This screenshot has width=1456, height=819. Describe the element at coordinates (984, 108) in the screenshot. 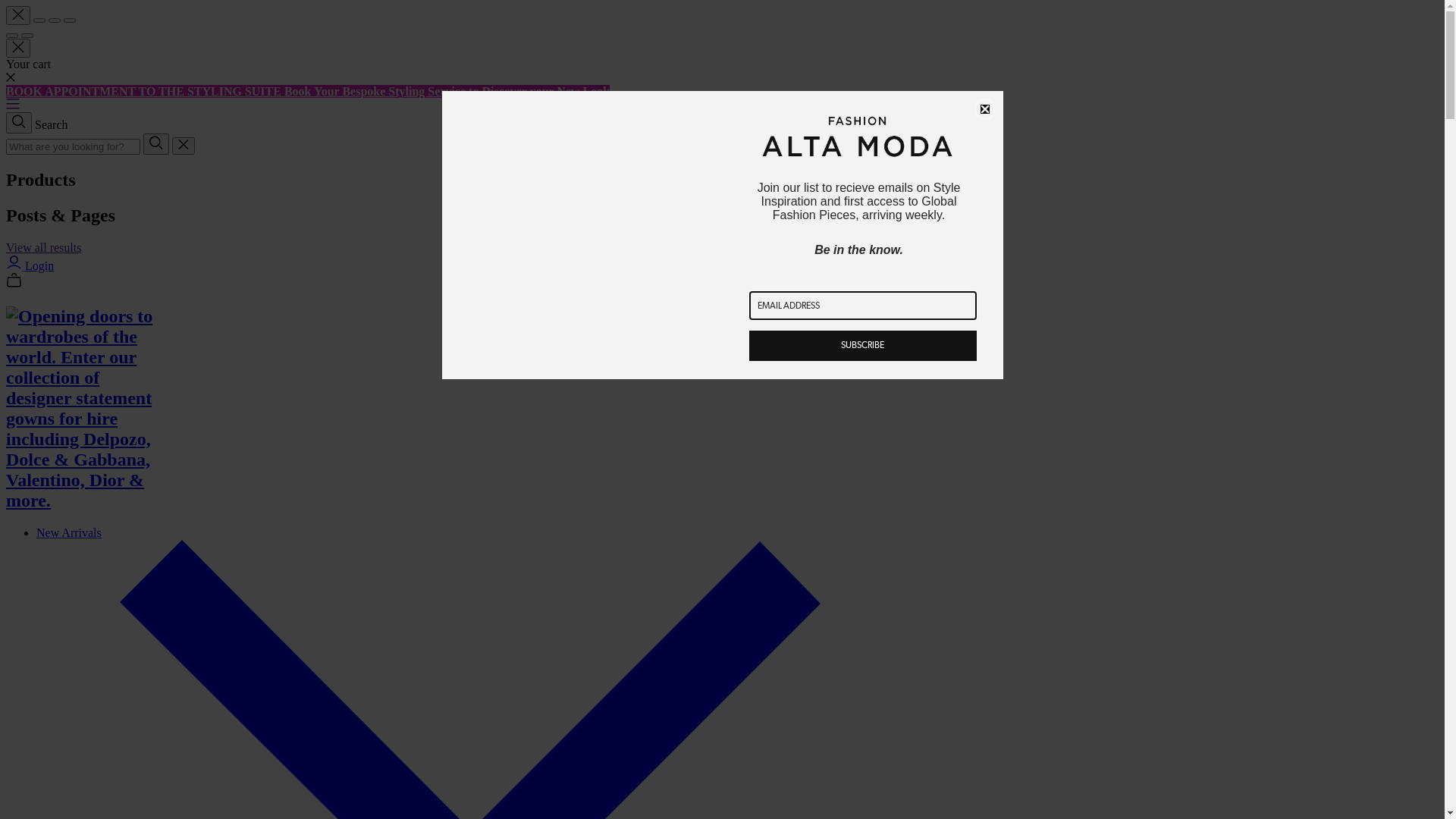

I see `'Close'` at that location.